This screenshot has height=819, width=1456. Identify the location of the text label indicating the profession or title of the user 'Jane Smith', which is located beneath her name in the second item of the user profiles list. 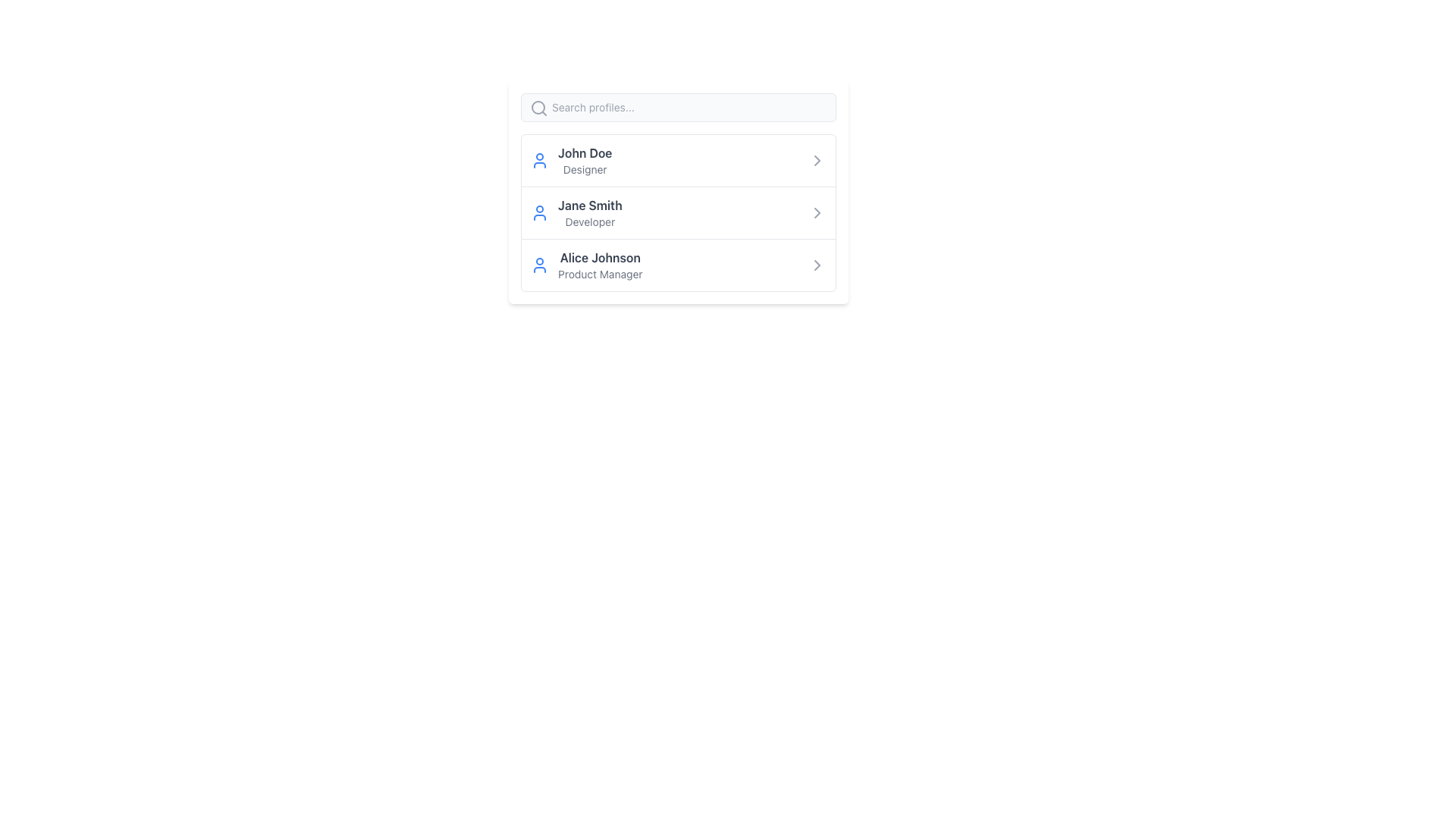
(589, 222).